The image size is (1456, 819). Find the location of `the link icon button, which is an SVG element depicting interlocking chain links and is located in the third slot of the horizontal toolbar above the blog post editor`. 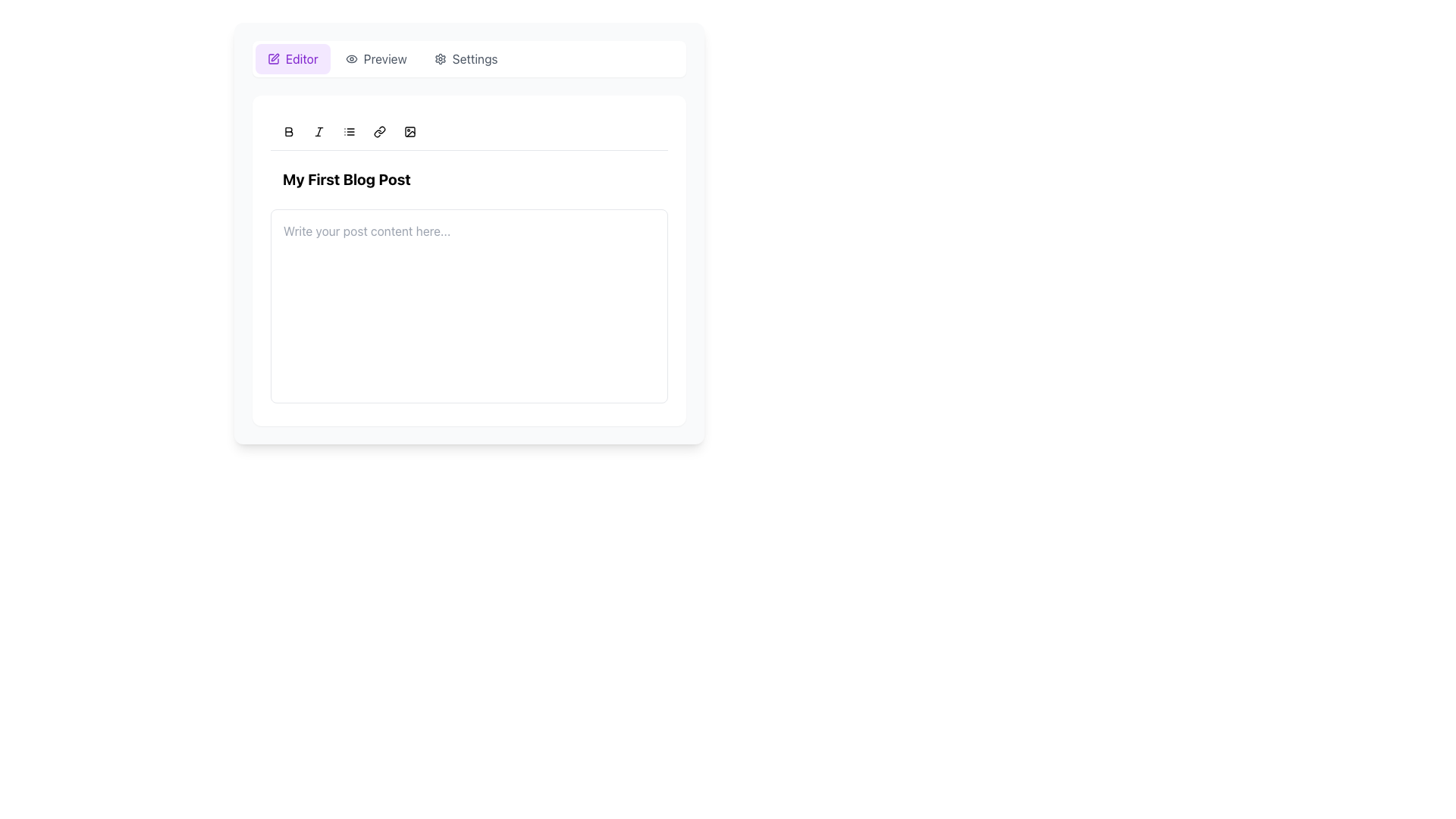

the link icon button, which is an SVG element depicting interlocking chain links and is located in the third slot of the horizontal toolbar above the blog post editor is located at coordinates (379, 130).